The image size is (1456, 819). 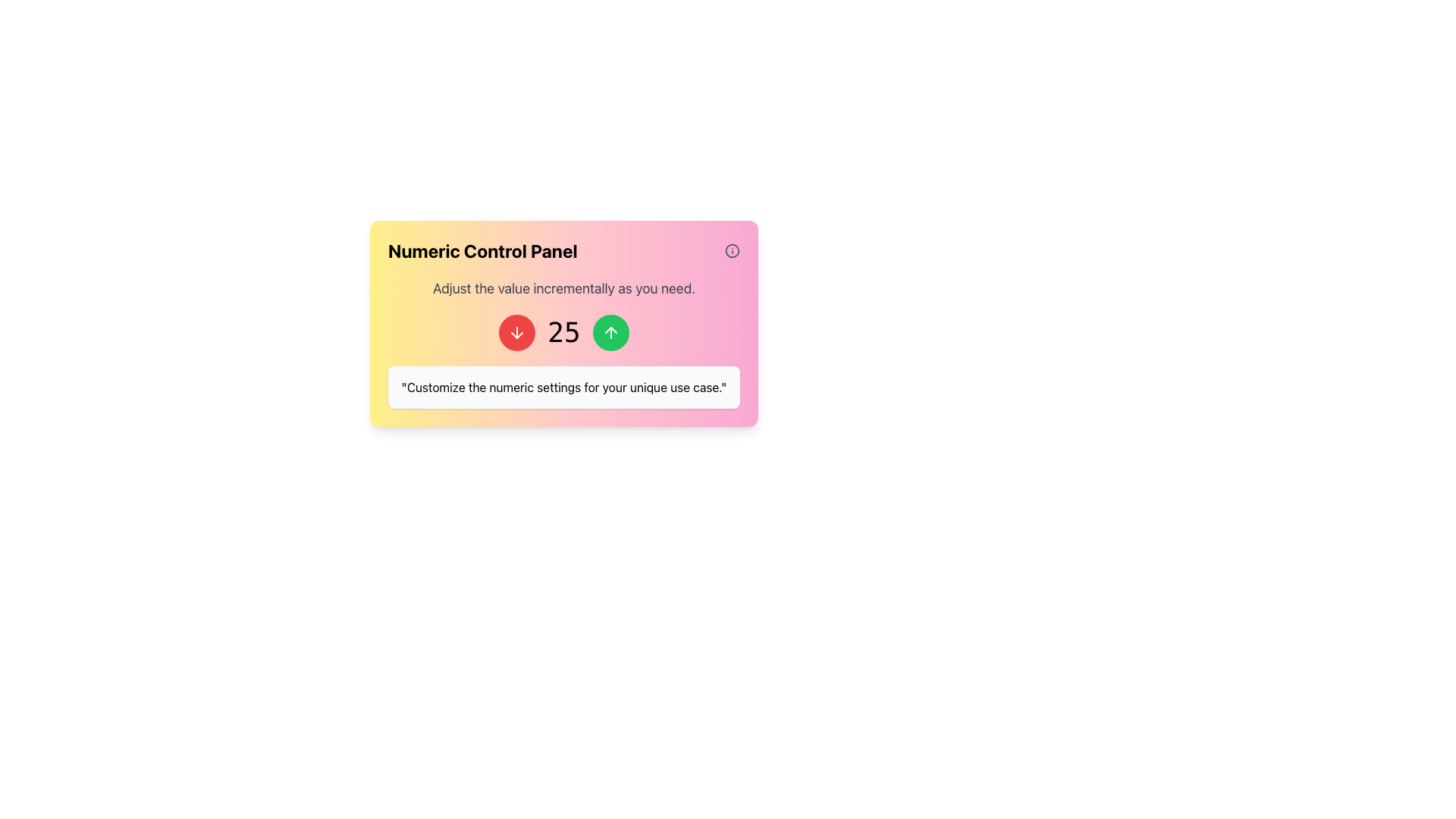 What do you see at coordinates (610, 332) in the screenshot?
I see `the green upward arrow button located at the far right of the numeric display '25' within the 'Numeric Control Panel' to increment the displayed number by one` at bounding box center [610, 332].